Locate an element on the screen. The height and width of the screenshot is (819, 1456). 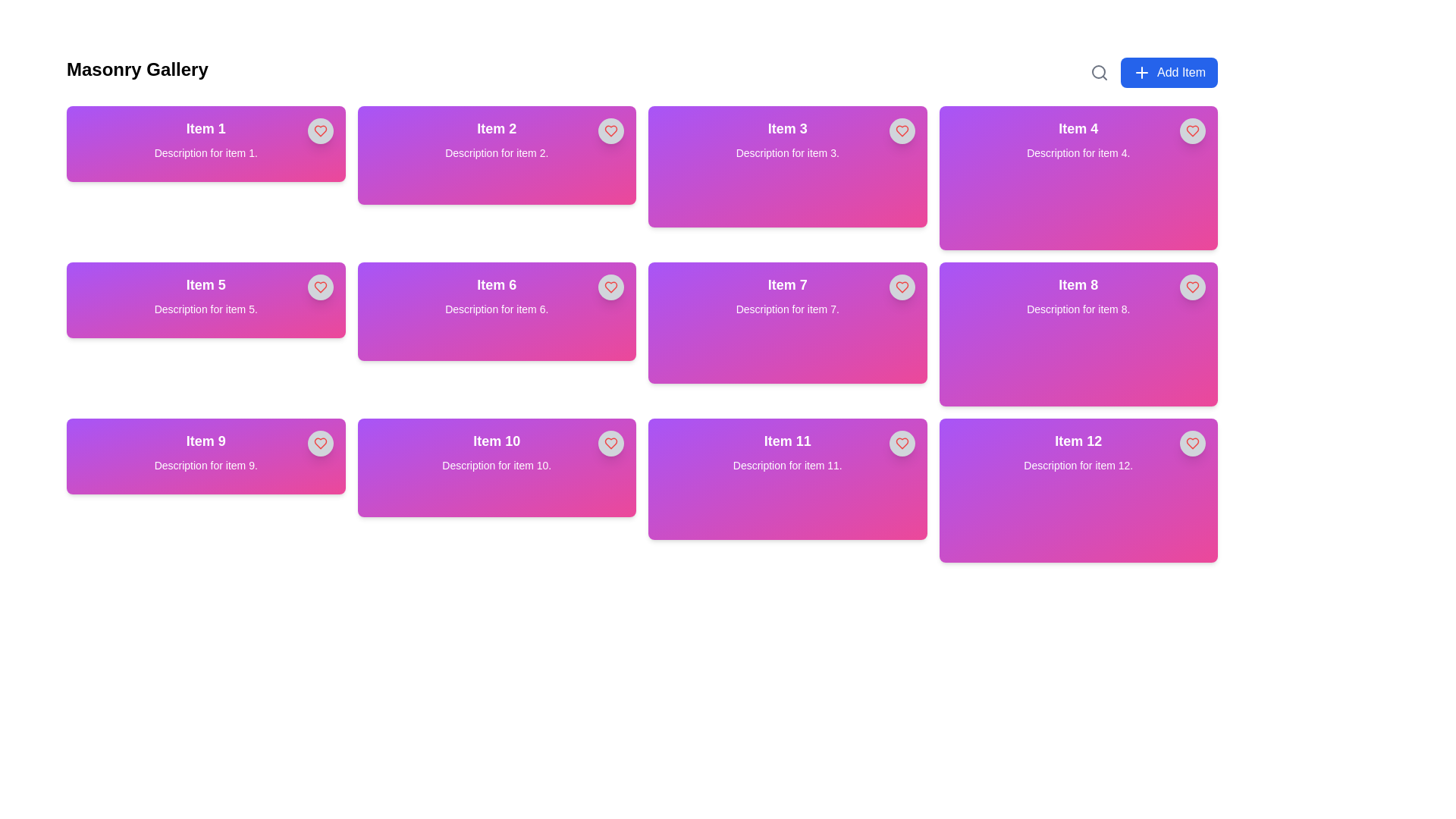
the Information card featuring a gradient background with the text 'Item 1' and a heart icon in the top-right corner is located at coordinates (205, 143).